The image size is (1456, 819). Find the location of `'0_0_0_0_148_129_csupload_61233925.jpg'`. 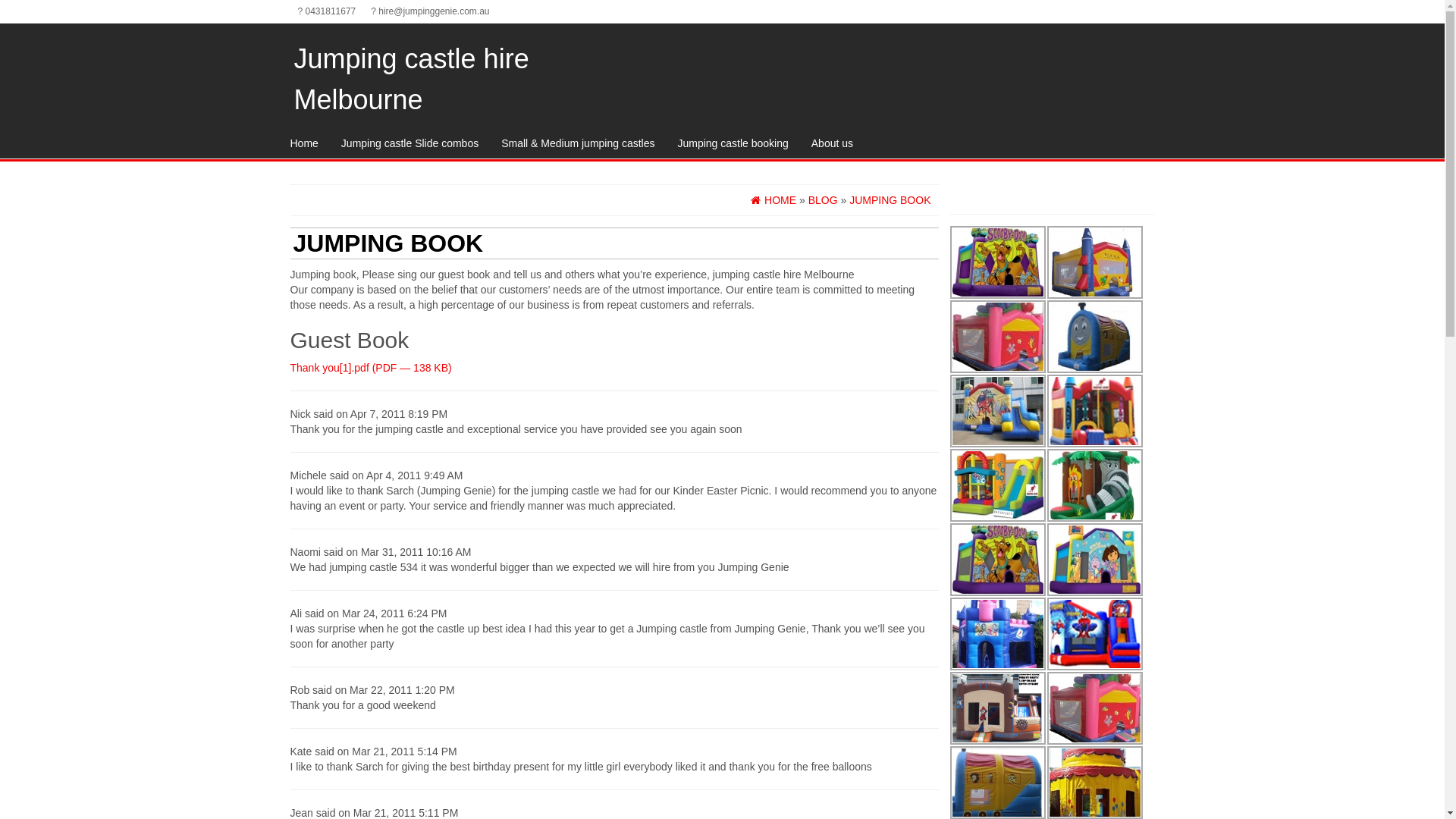

'0_0_0_0_148_129_csupload_61233925.jpg' is located at coordinates (997, 335).